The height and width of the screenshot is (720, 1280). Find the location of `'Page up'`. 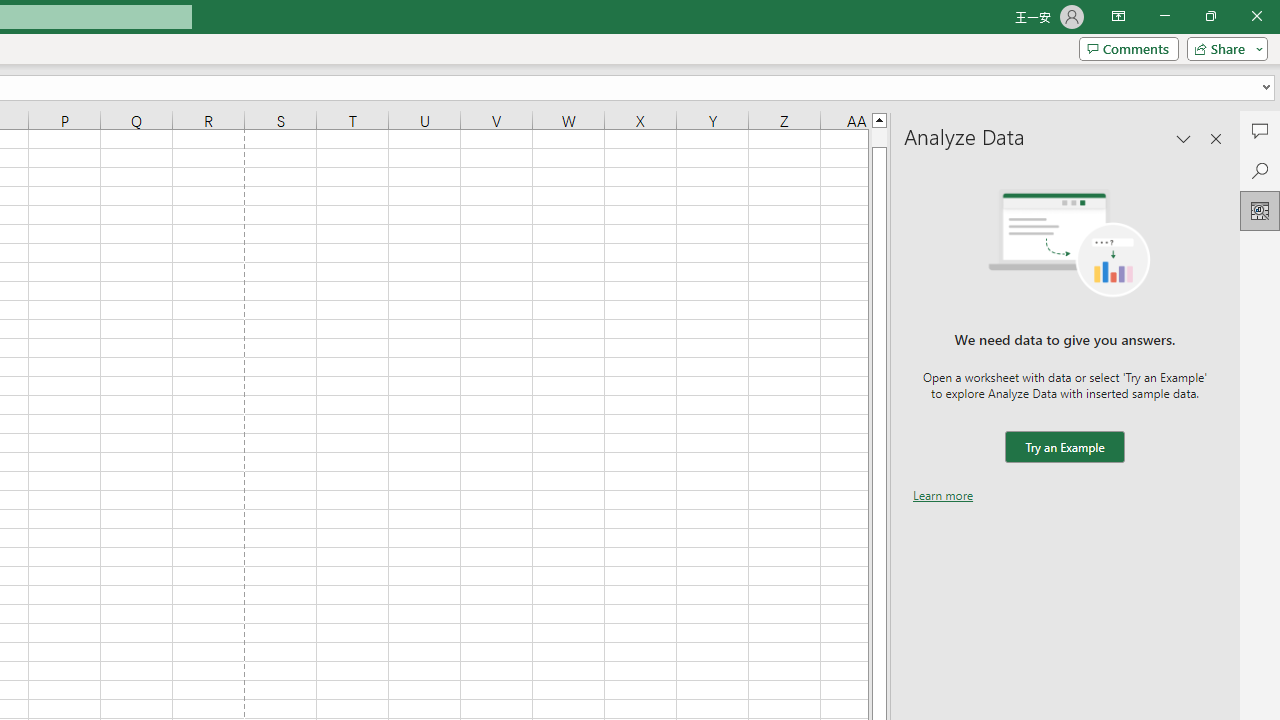

'Page up' is located at coordinates (879, 136).